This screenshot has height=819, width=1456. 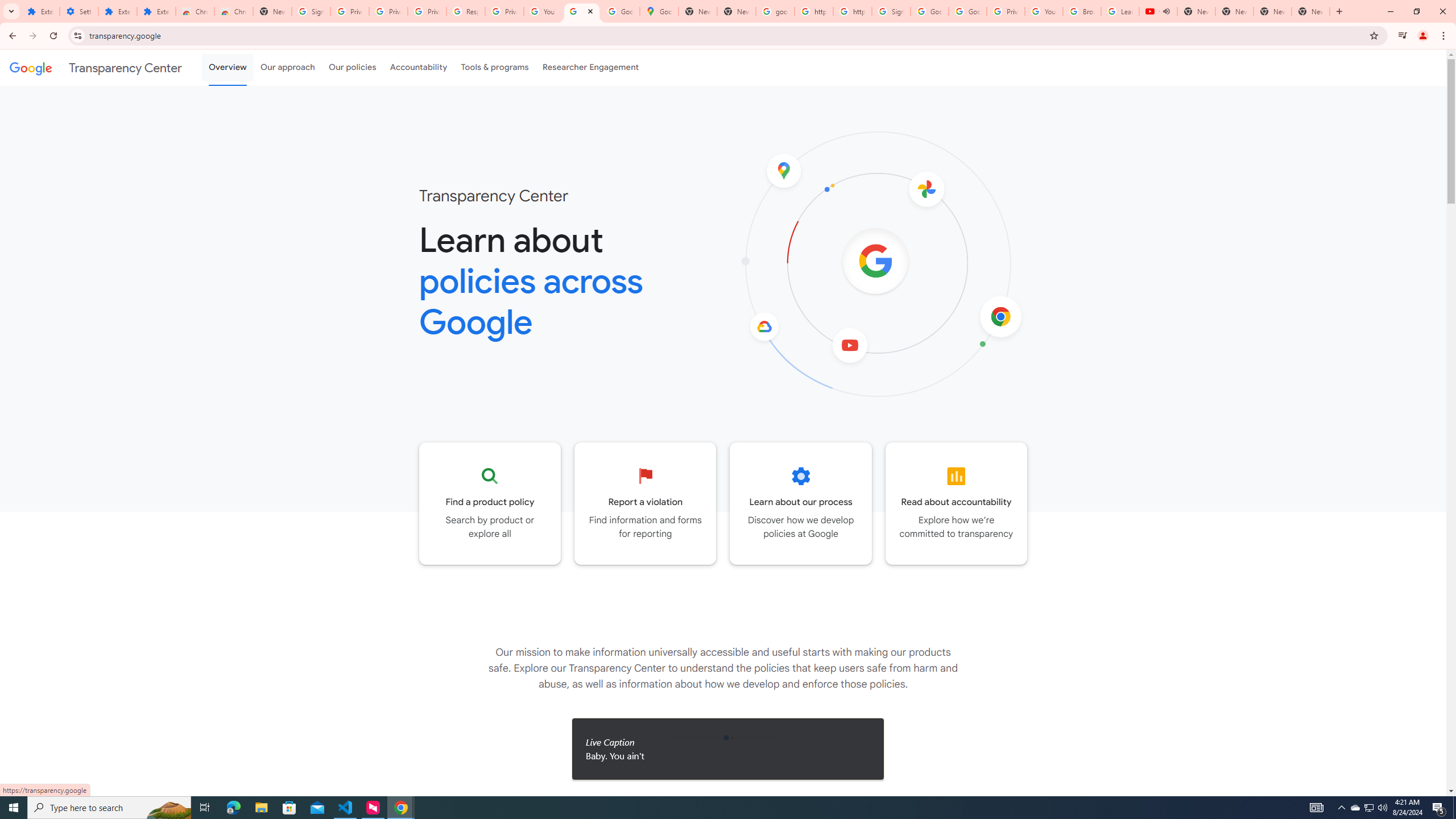 I want to click on 'https://scholar.google.com/', so click(x=813, y=11).